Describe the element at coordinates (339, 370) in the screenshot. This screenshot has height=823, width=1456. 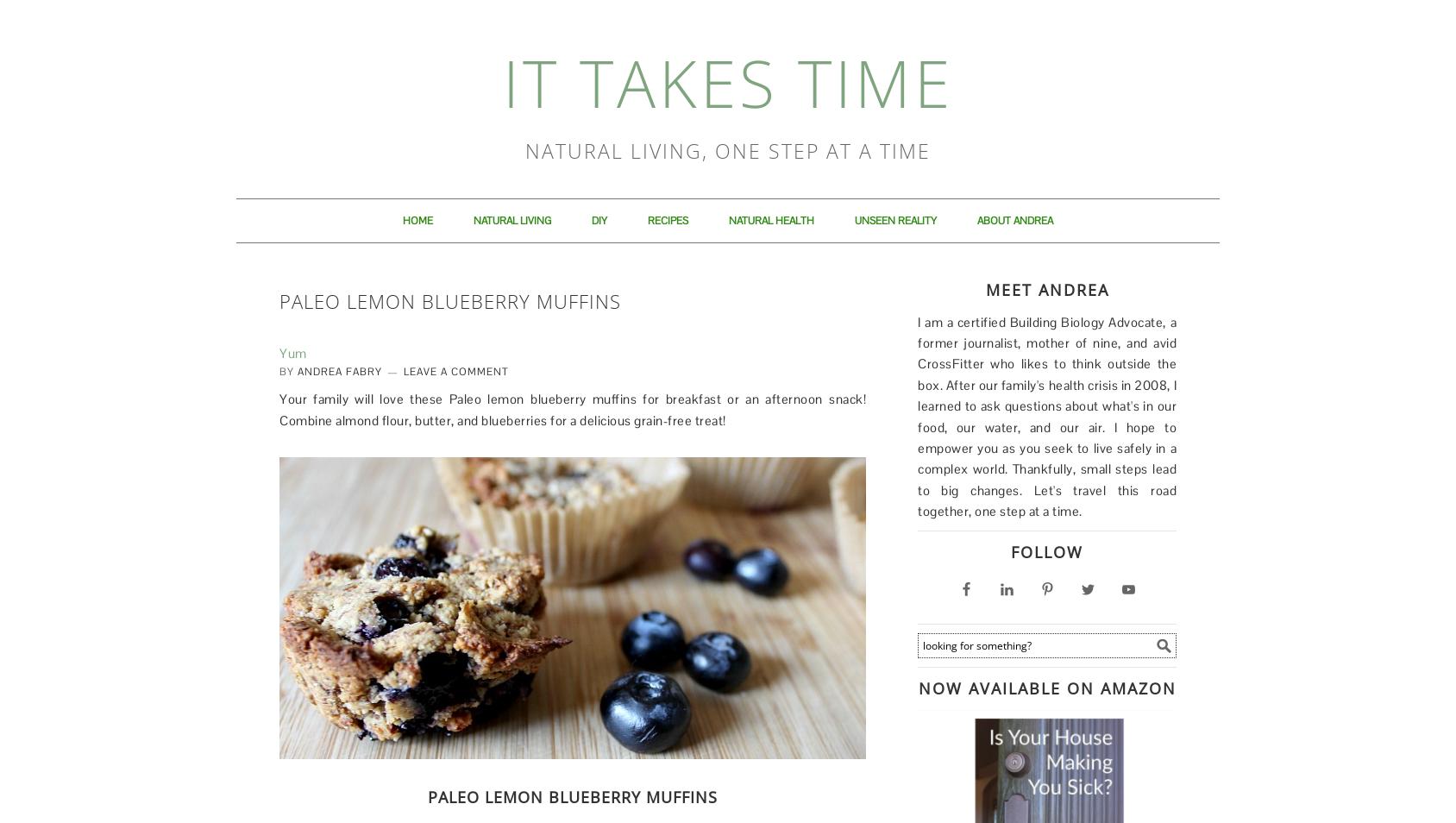
I see `'Andrea Fabry'` at that location.